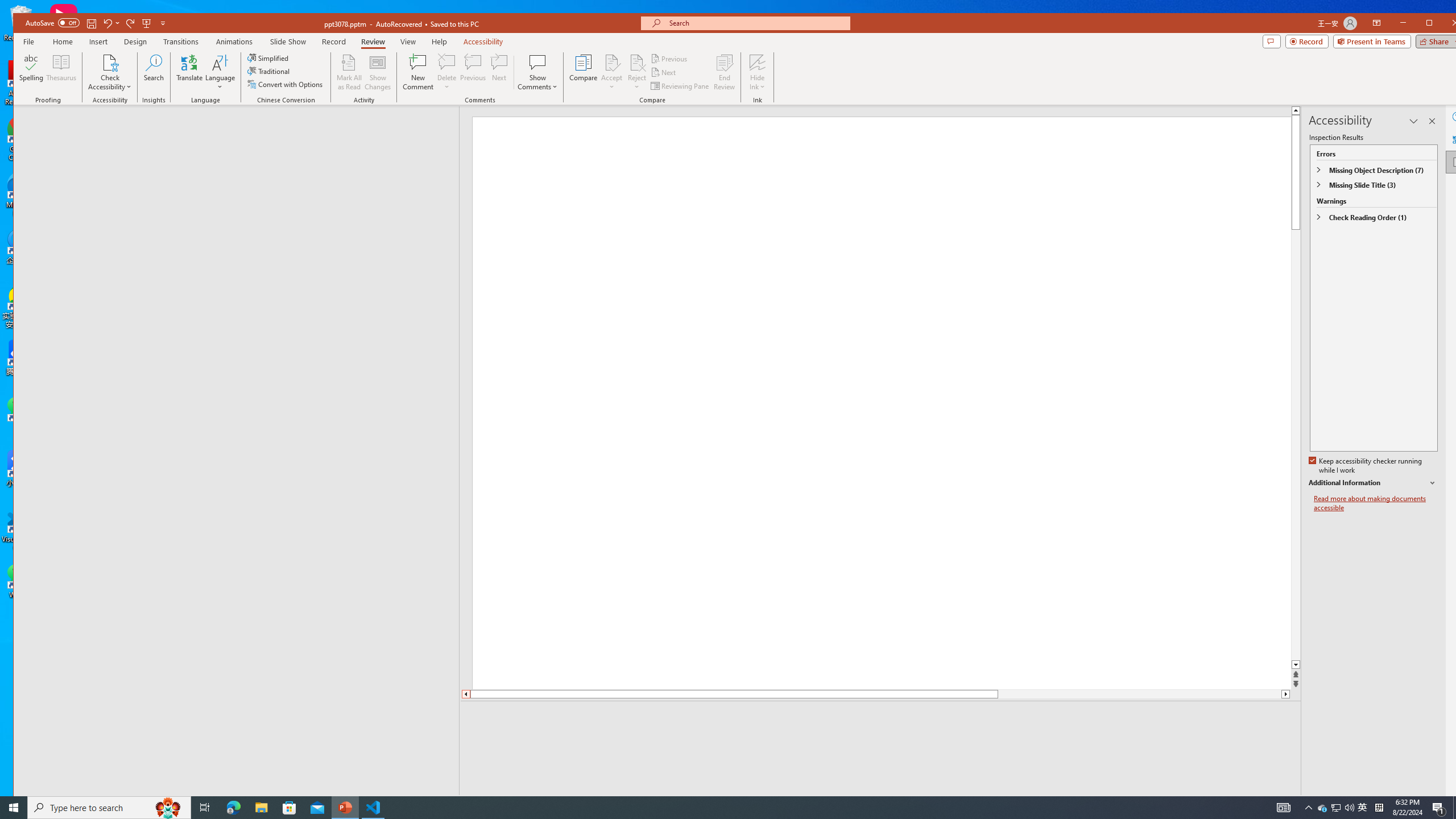 This screenshot has height=819, width=1456. What do you see at coordinates (1375, 503) in the screenshot?
I see `'Read more about making documents accessible'` at bounding box center [1375, 503].